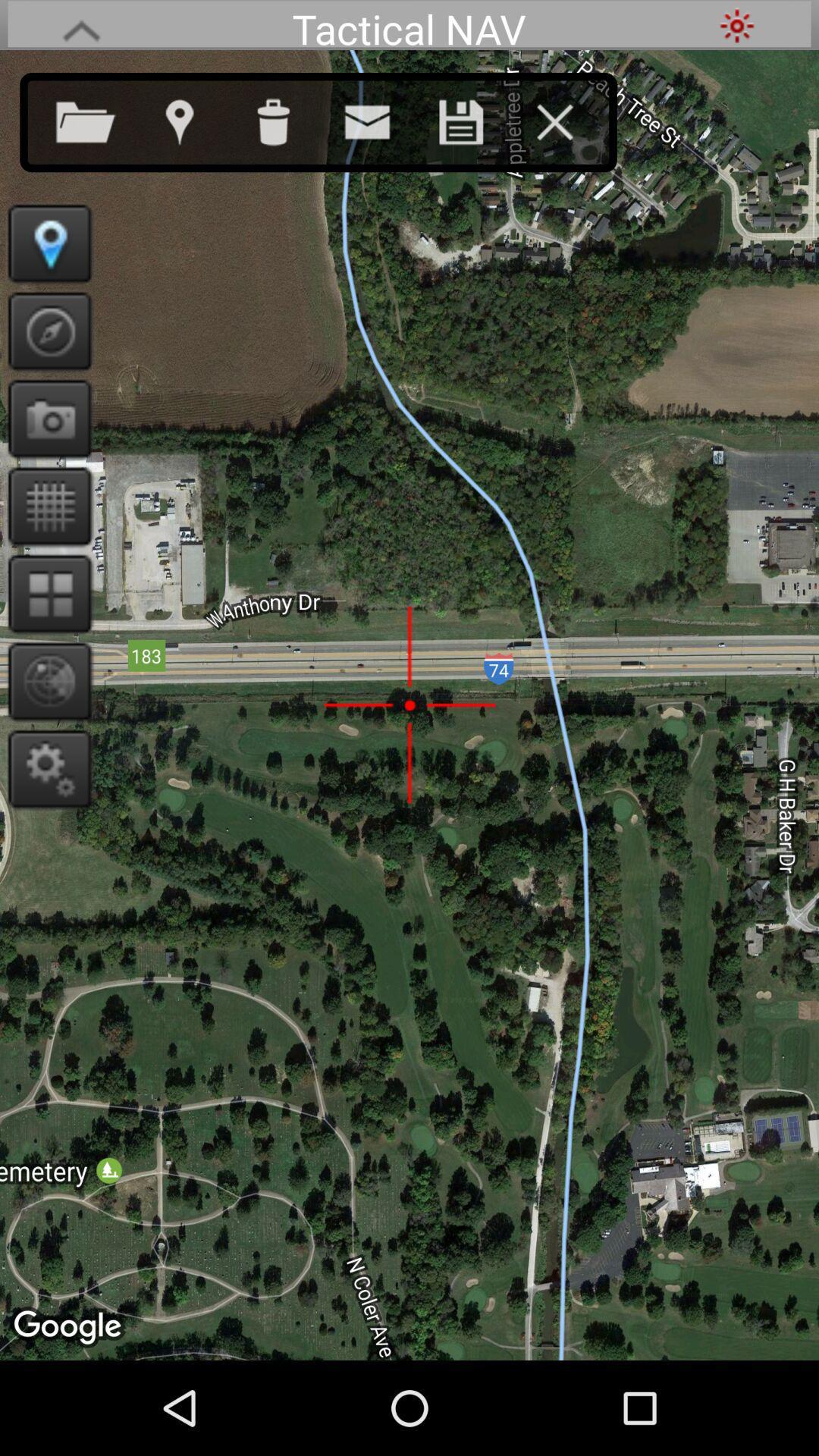  I want to click on hide header, so click(81, 25).